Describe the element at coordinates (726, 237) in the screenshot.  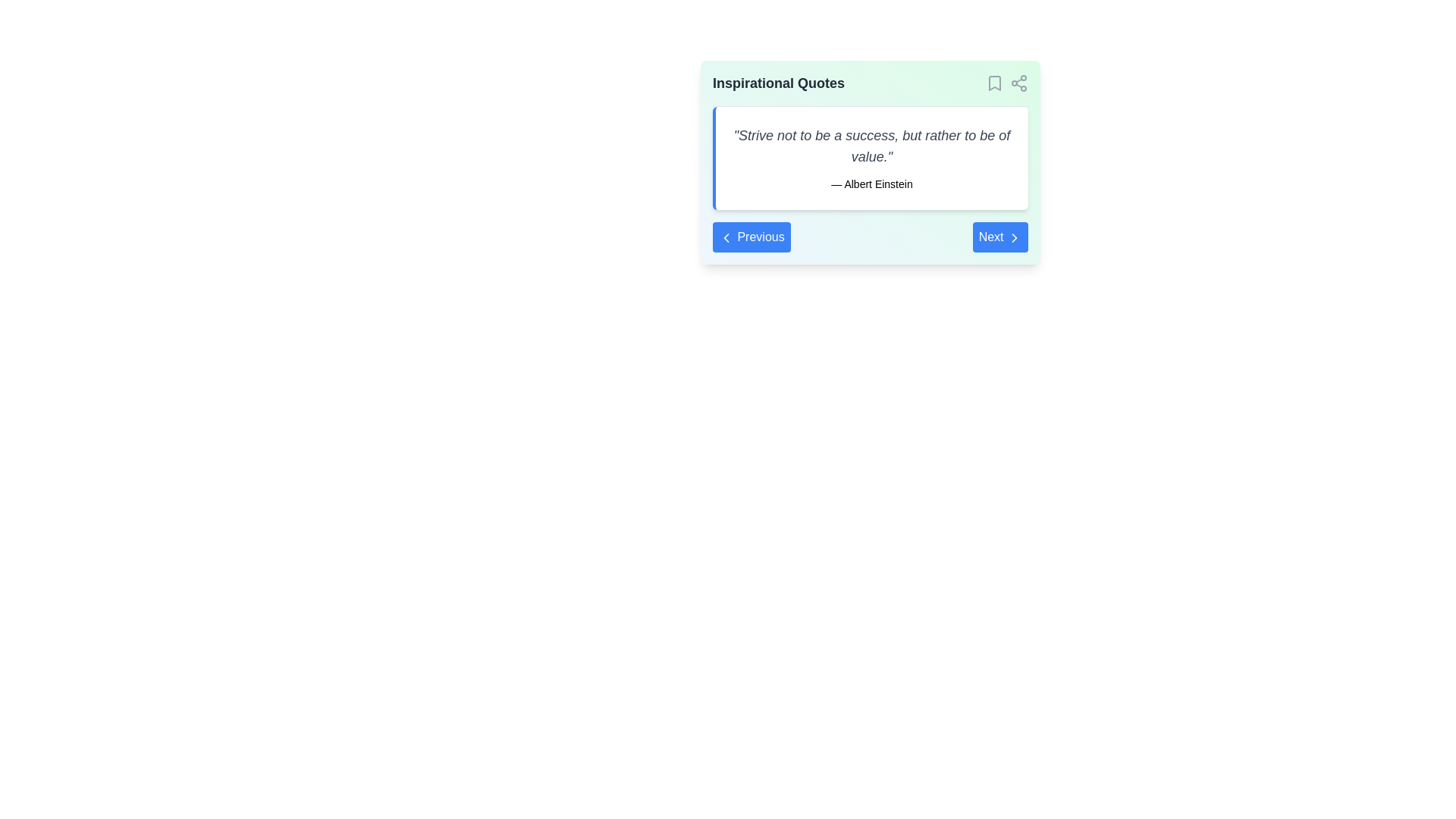
I see `the left-pointing chevron arrow vector graphic` at that location.